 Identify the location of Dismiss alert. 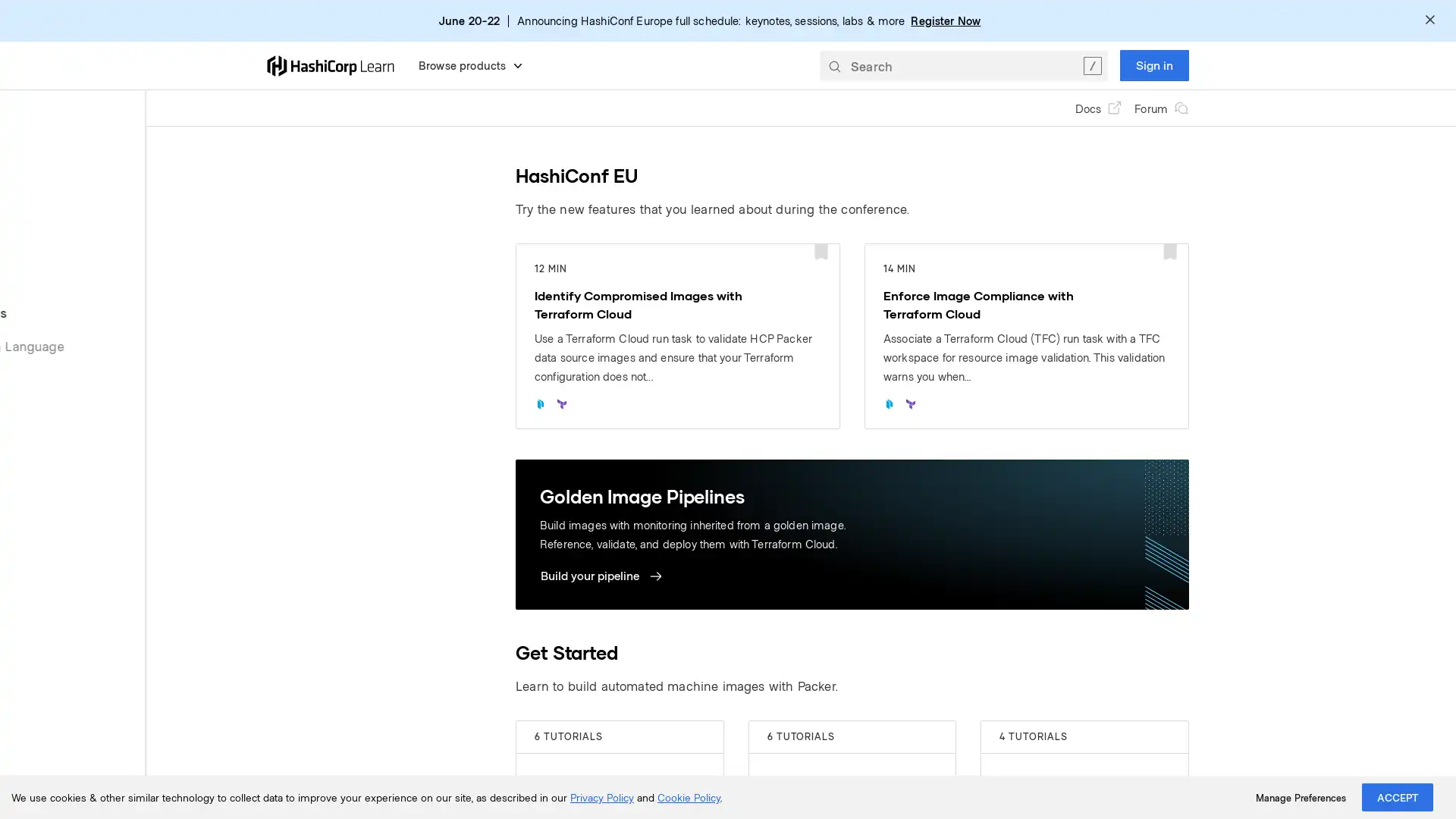
(1429, 20).